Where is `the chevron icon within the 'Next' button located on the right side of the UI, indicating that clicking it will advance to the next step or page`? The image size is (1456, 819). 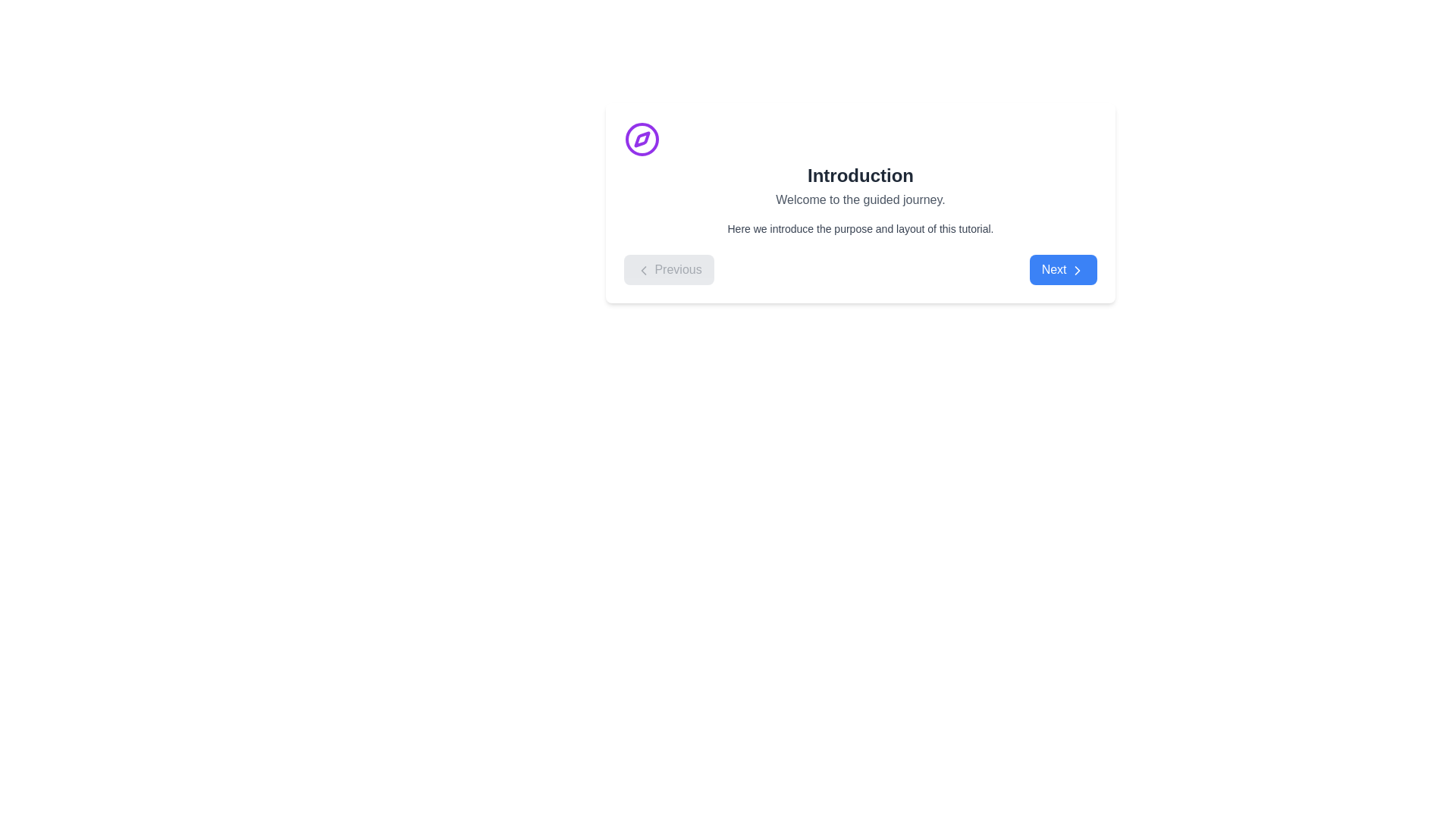 the chevron icon within the 'Next' button located on the right side of the UI, indicating that clicking it will advance to the next step or page is located at coordinates (1076, 268).